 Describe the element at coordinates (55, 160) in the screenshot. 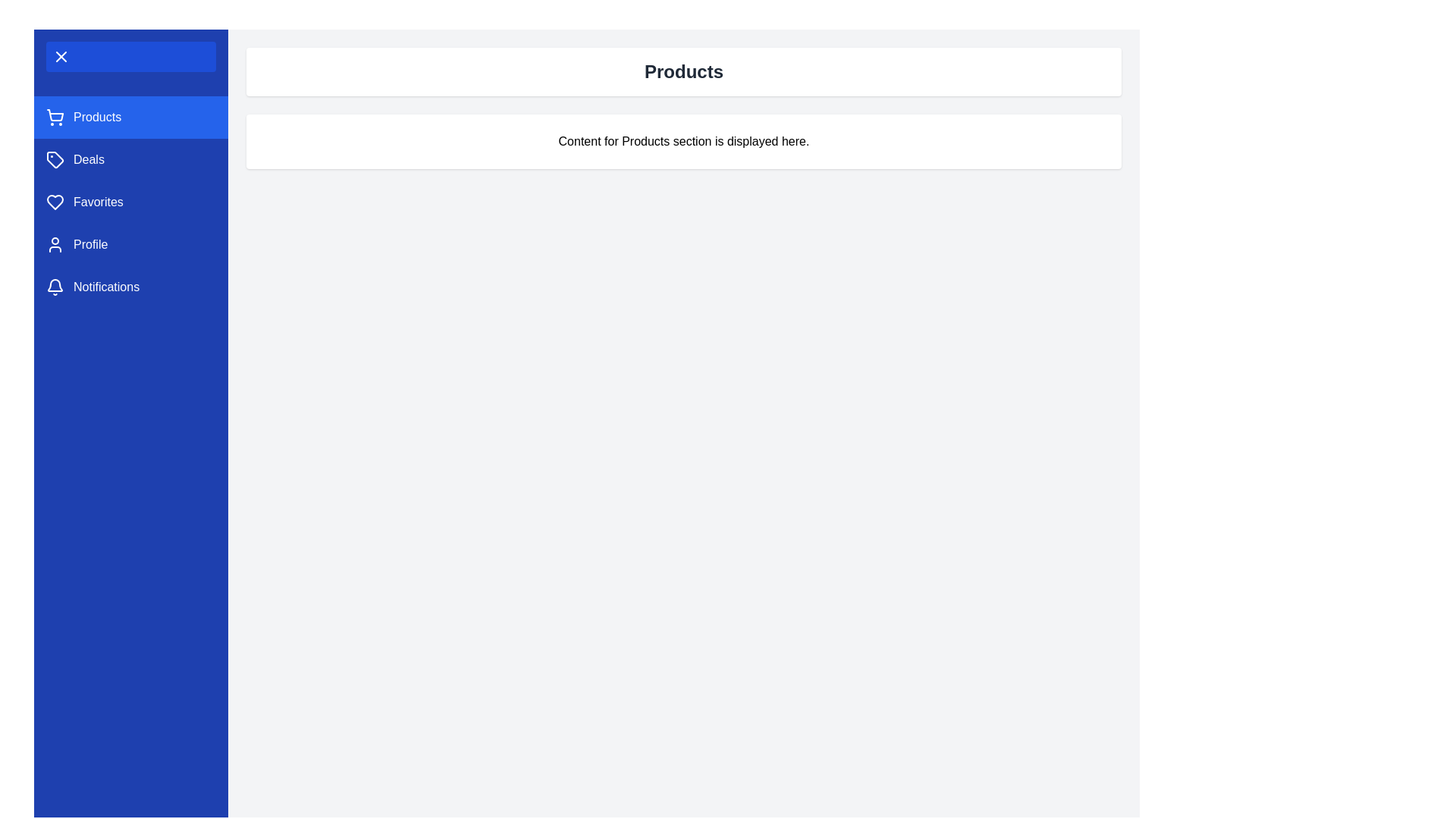

I see `the 'Deals' icon in the navigation bar` at that location.